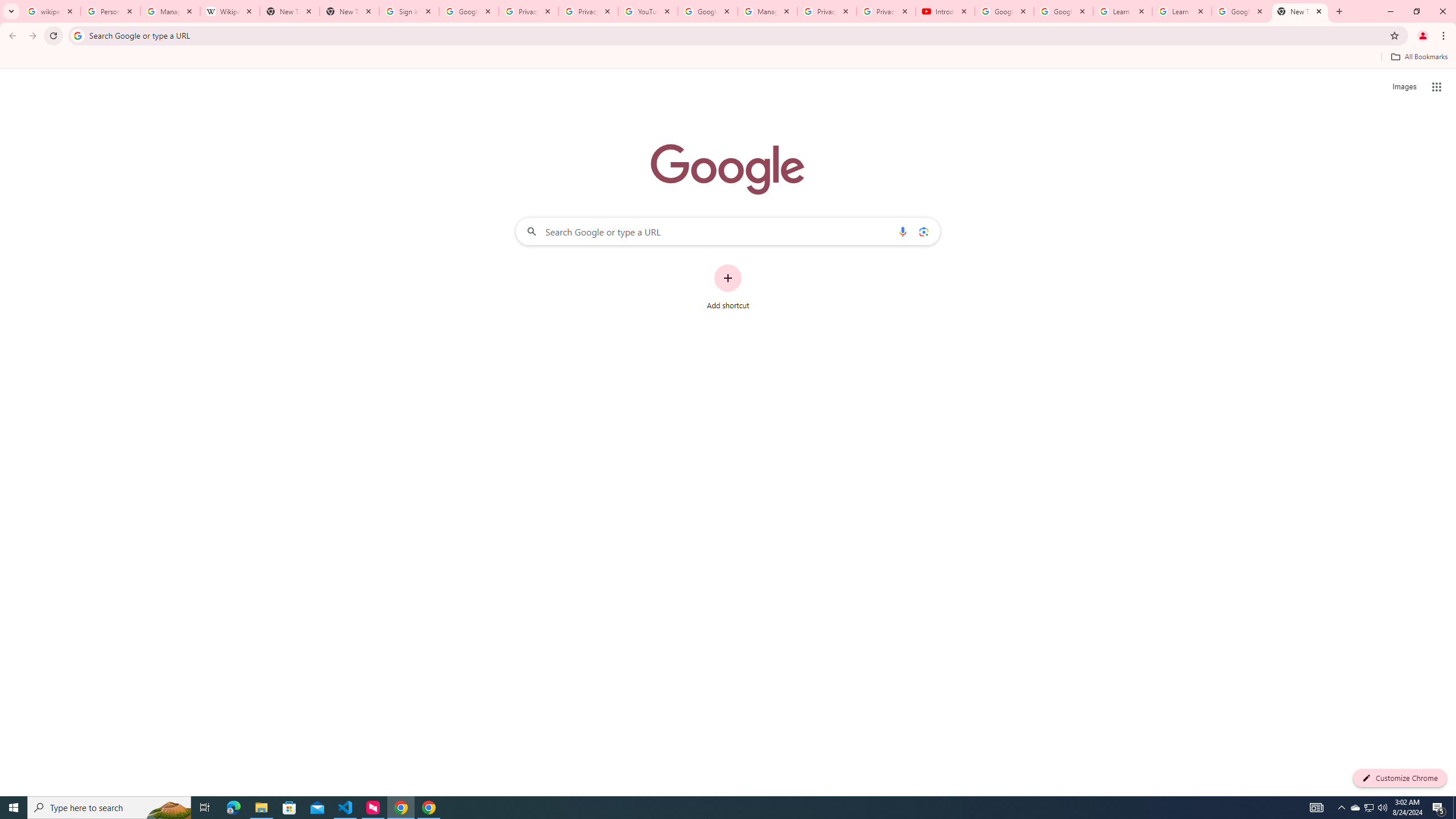 Image resolution: width=1456 pixels, height=819 pixels. Describe the element at coordinates (728, 230) in the screenshot. I see `'Search Google or type a URL'` at that location.